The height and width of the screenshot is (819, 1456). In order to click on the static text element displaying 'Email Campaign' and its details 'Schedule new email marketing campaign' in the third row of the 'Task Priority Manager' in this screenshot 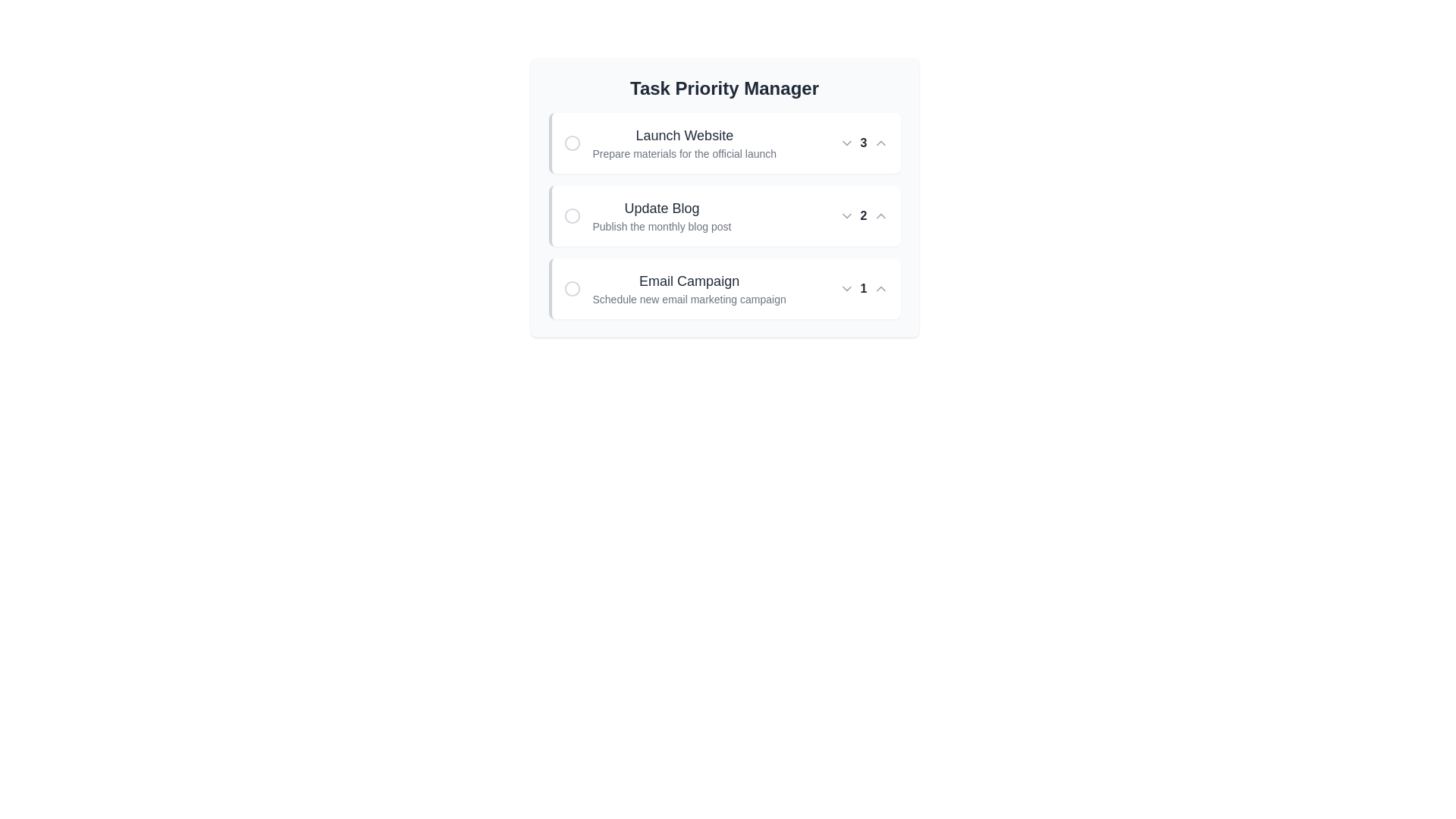, I will do `click(689, 289)`.